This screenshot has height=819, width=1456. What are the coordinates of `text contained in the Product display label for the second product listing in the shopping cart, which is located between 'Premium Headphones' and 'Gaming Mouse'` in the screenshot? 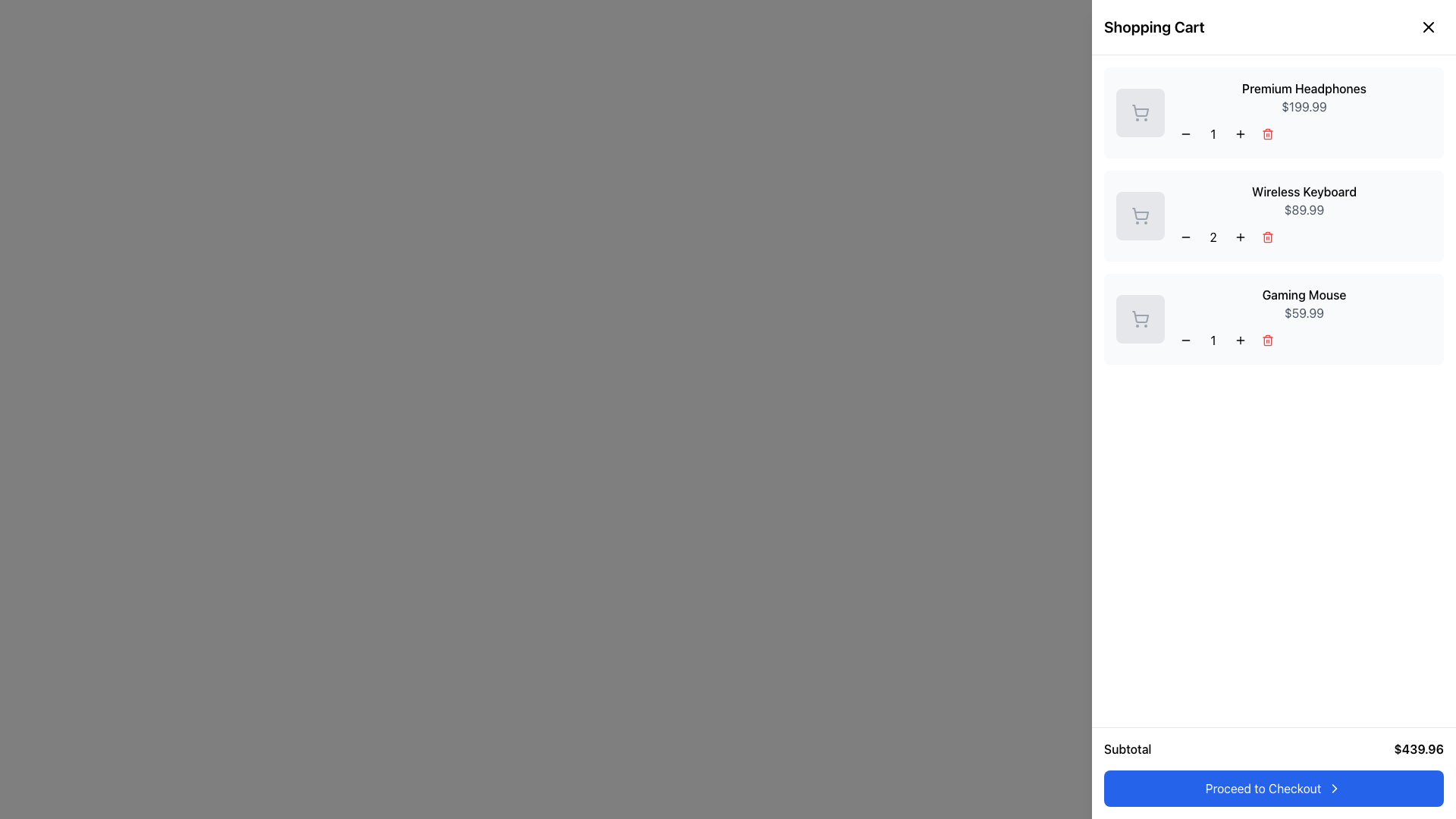 It's located at (1303, 216).